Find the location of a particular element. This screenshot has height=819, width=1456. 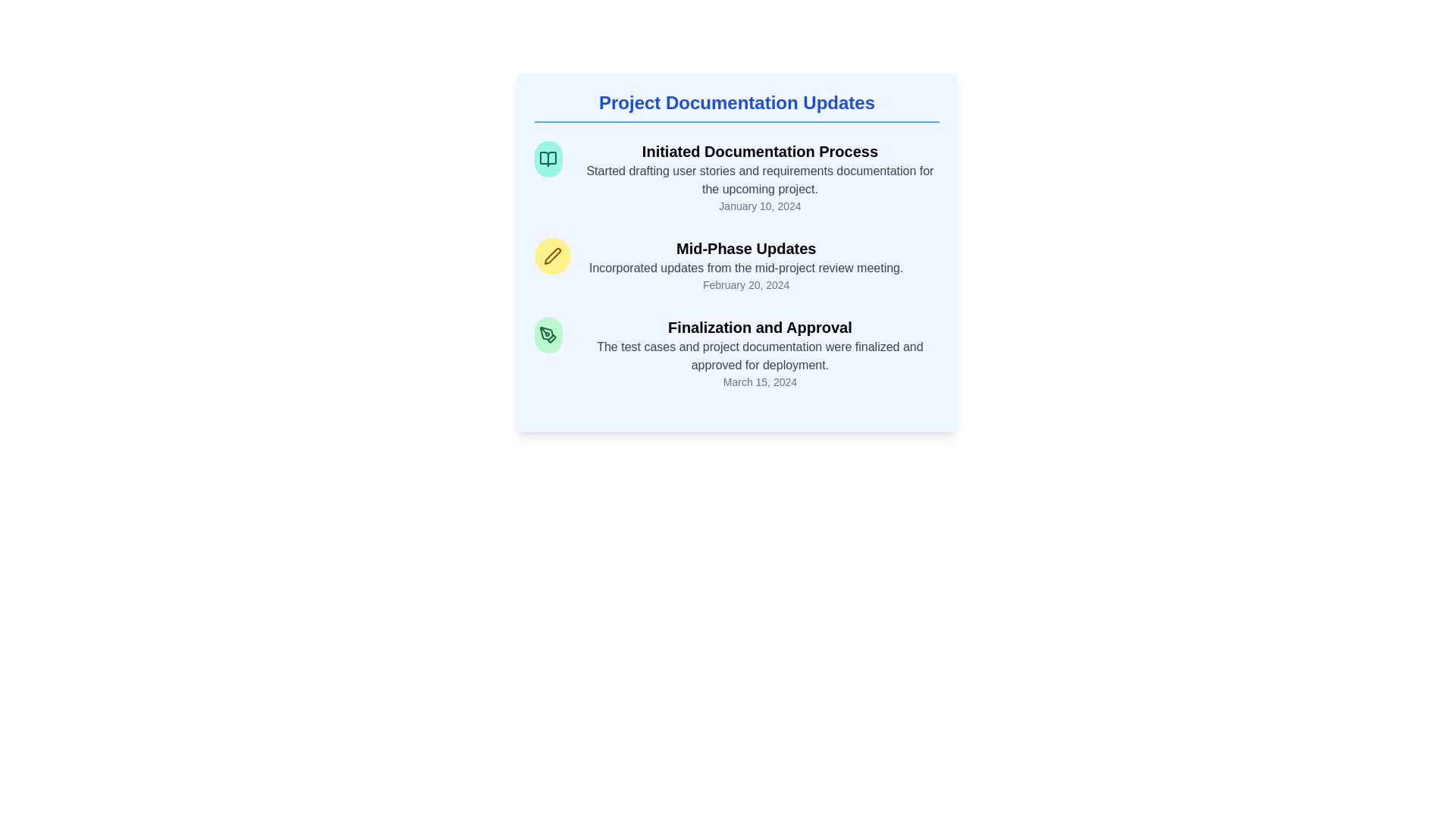

the text label displaying 'March 15, 2024', which is located under the 'Finalization and Approval' section of the 'Project Documentation Updates' group is located at coordinates (760, 381).